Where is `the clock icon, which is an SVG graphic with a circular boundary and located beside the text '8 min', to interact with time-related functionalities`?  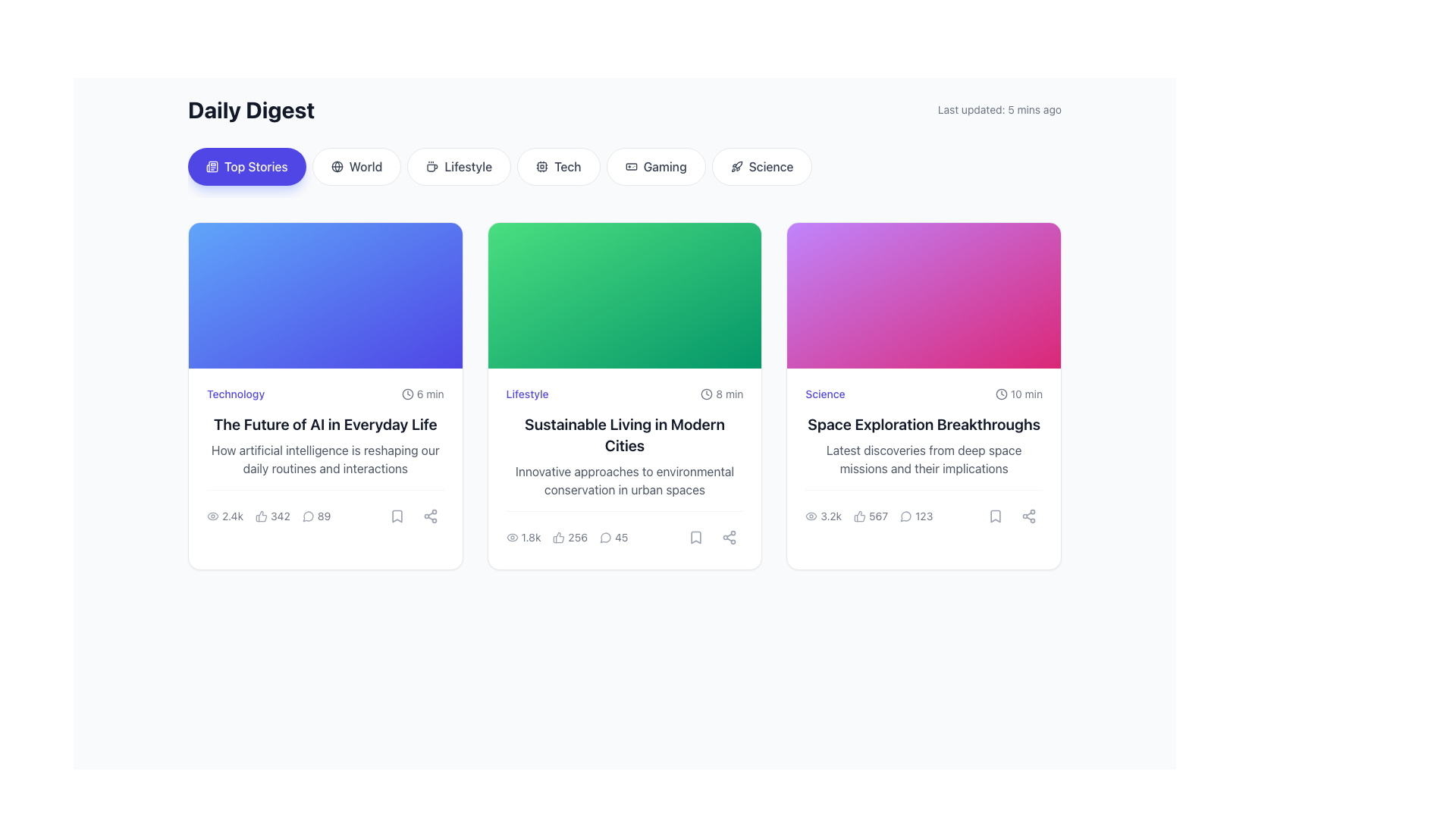 the clock icon, which is an SVG graphic with a circular boundary and located beside the text '8 min', to interact with time-related functionalities is located at coordinates (706, 394).